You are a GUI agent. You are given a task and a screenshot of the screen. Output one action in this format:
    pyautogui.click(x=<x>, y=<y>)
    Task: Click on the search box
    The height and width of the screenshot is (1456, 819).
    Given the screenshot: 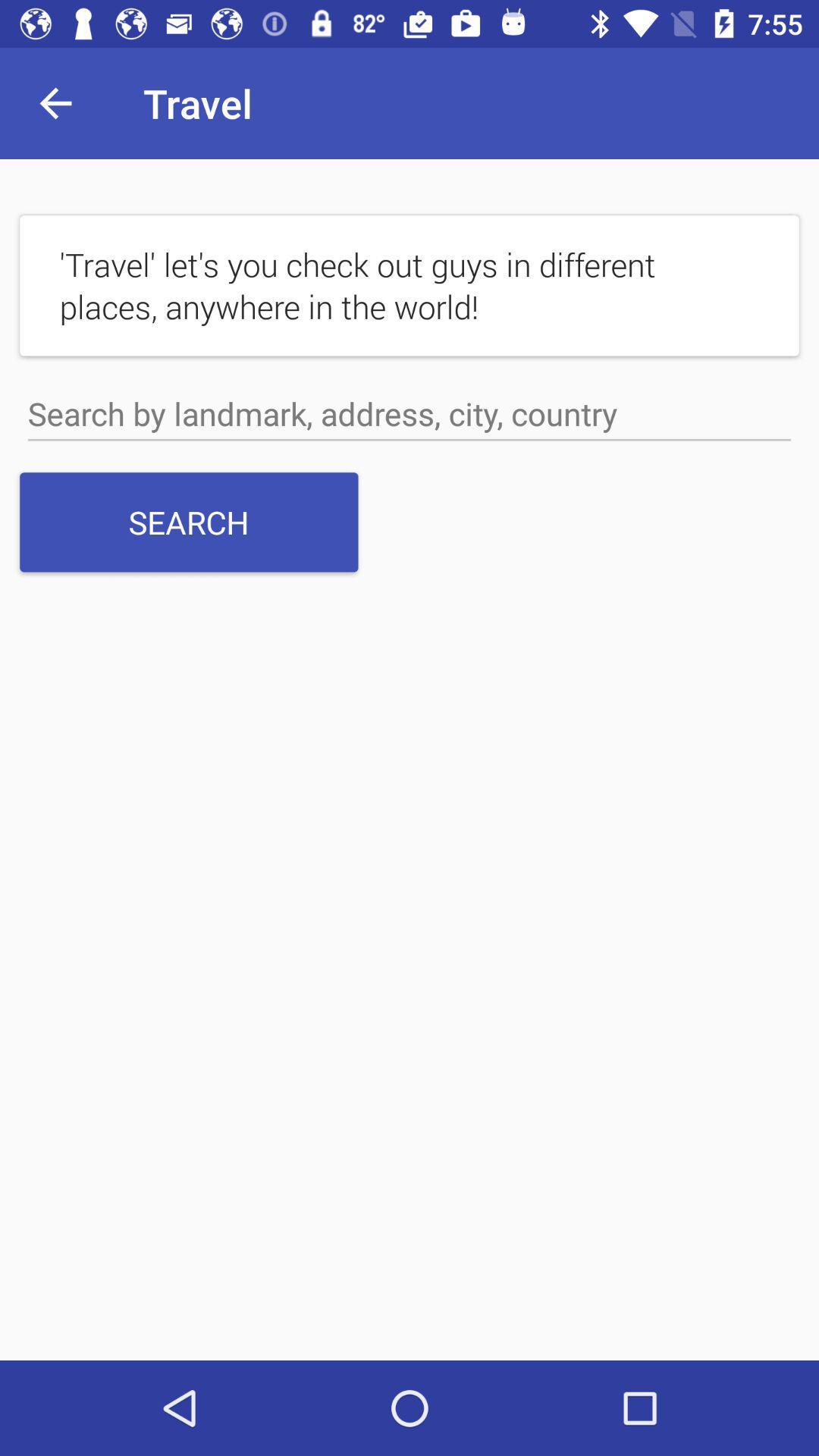 What is the action you would take?
    pyautogui.click(x=409, y=414)
    